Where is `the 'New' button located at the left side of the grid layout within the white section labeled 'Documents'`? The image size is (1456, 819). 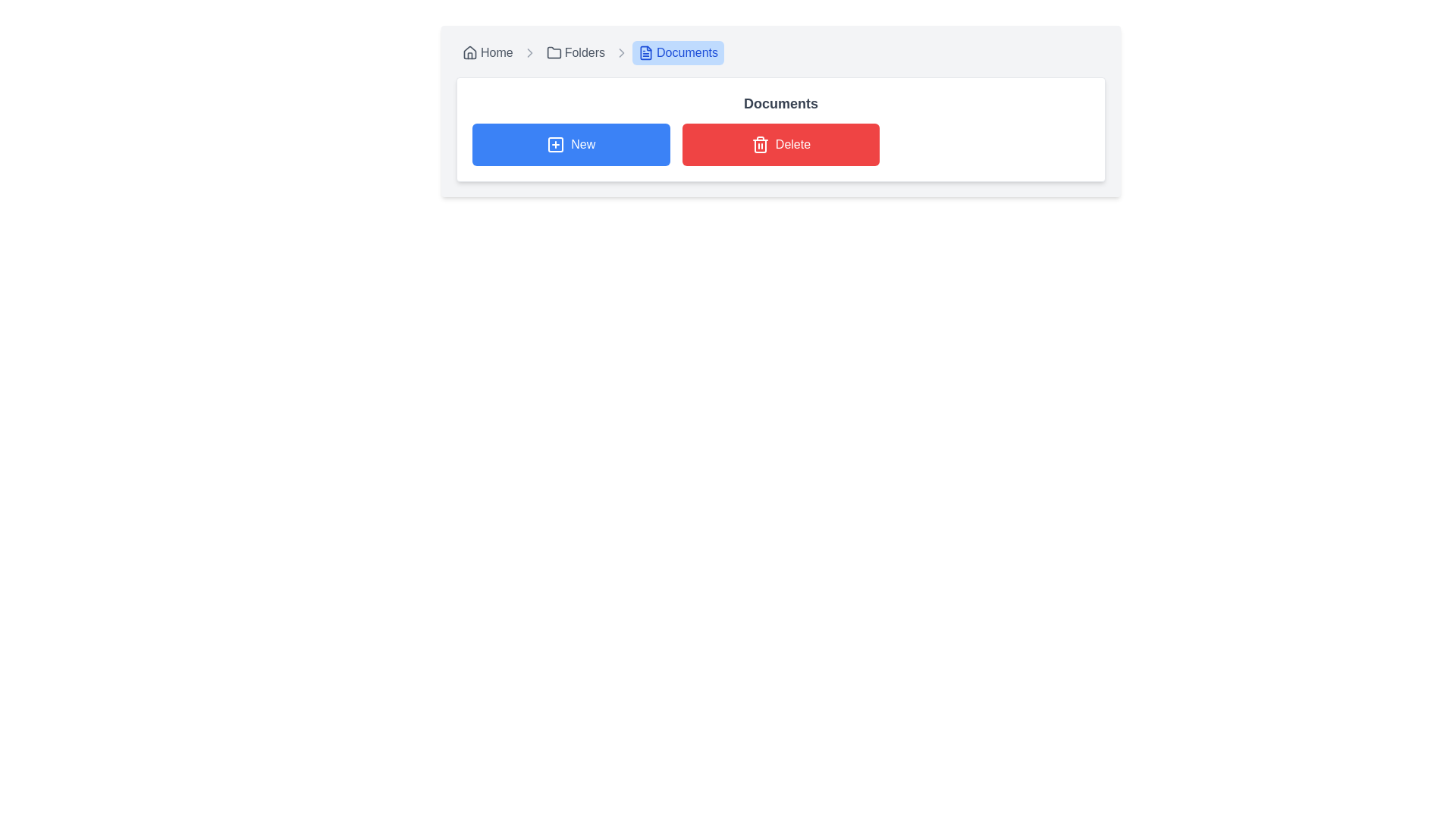 the 'New' button located at the left side of the grid layout within the white section labeled 'Documents' is located at coordinates (570, 145).